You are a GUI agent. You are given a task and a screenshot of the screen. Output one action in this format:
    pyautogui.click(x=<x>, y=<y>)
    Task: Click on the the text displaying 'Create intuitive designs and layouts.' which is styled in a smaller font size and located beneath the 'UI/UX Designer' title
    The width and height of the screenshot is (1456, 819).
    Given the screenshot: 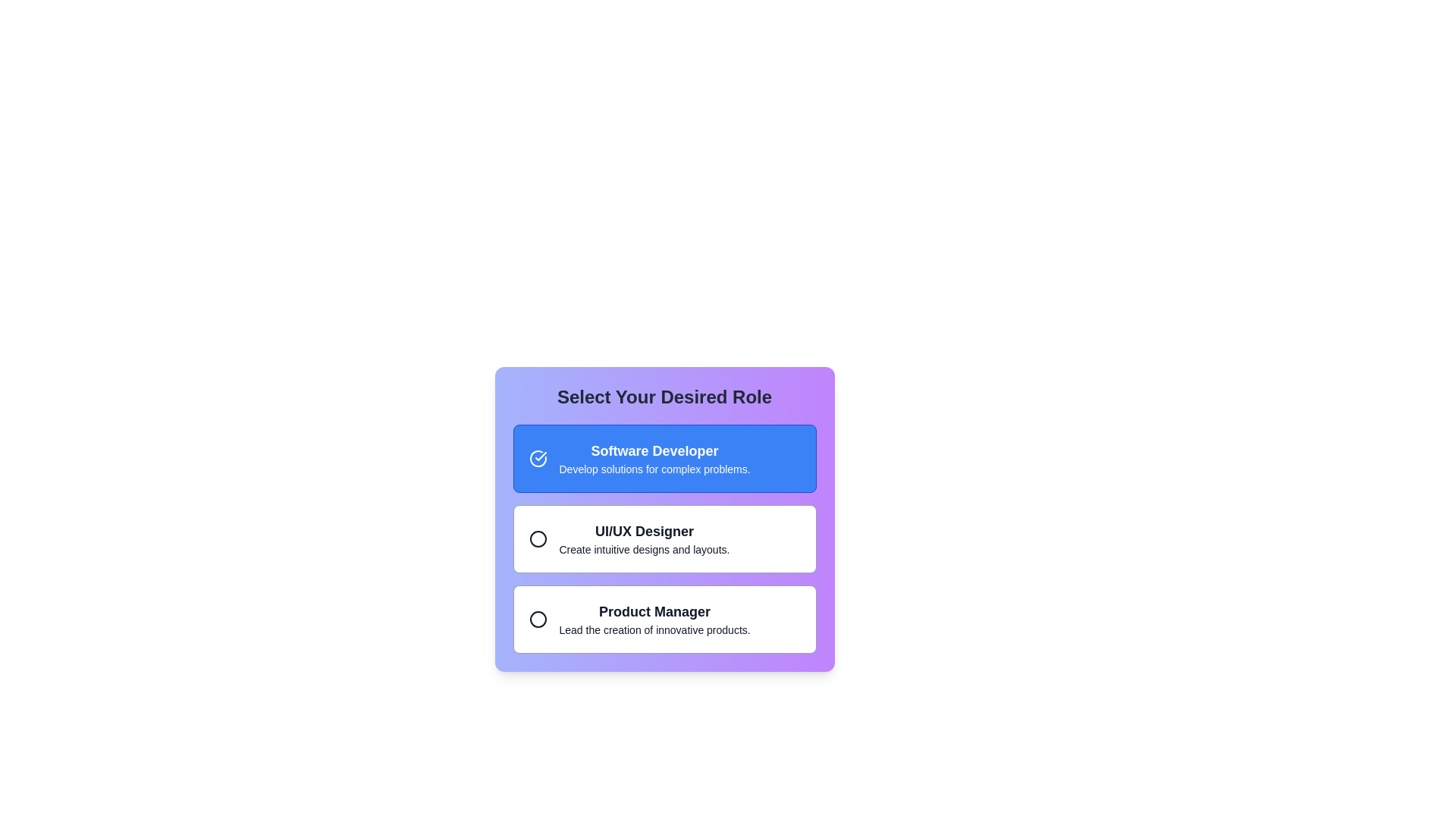 What is the action you would take?
    pyautogui.click(x=644, y=550)
    